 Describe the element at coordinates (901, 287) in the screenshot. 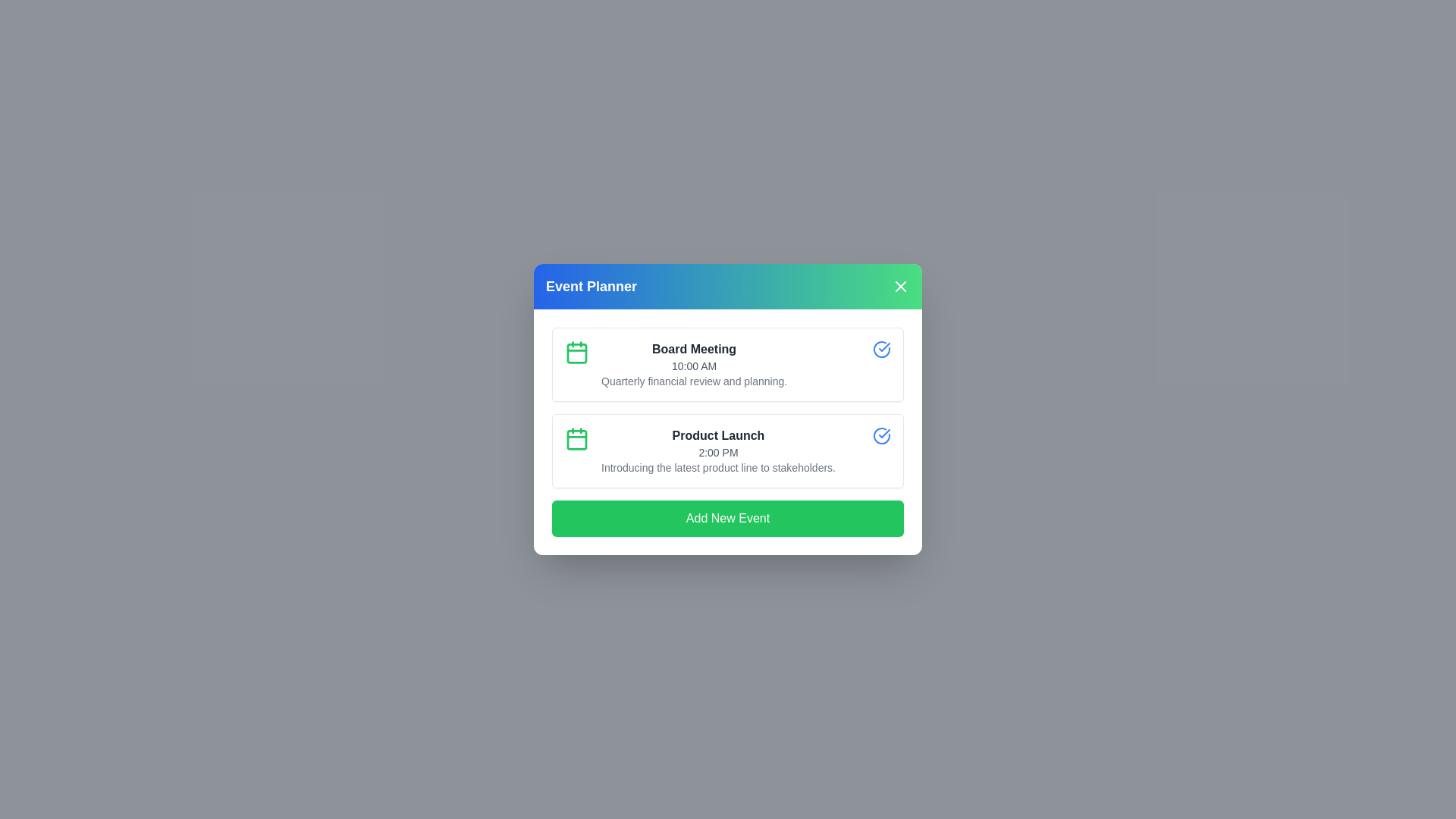

I see `the close button located in the top-right corner of the modal window` at that location.